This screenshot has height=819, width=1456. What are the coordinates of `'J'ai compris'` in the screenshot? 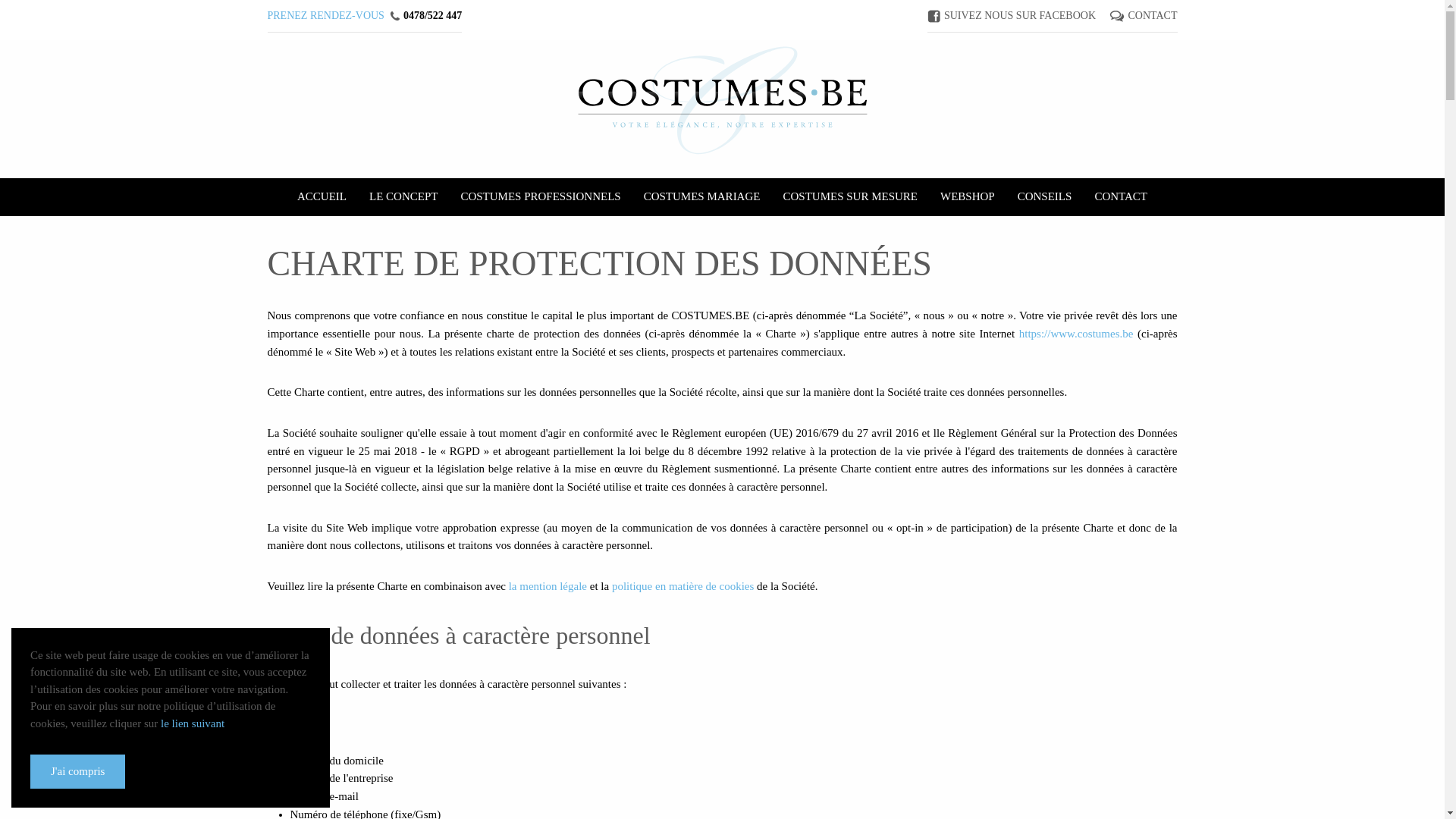 It's located at (77, 771).